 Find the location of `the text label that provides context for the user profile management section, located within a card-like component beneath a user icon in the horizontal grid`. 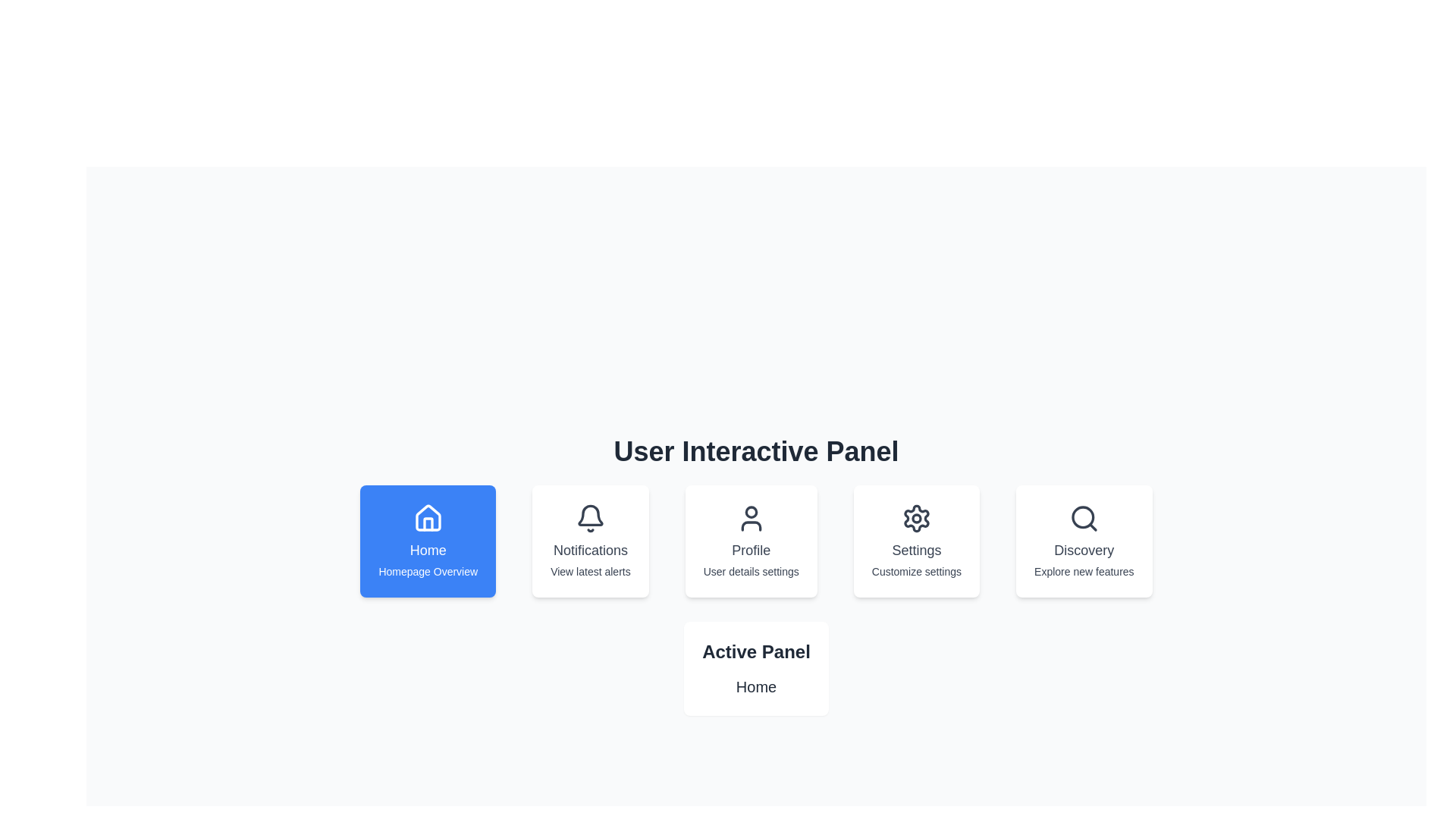

the text label that provides context for the user profile management section, located within a card-like component beneath a user icon in the horizontal grid is located at coordinates (751, 550).